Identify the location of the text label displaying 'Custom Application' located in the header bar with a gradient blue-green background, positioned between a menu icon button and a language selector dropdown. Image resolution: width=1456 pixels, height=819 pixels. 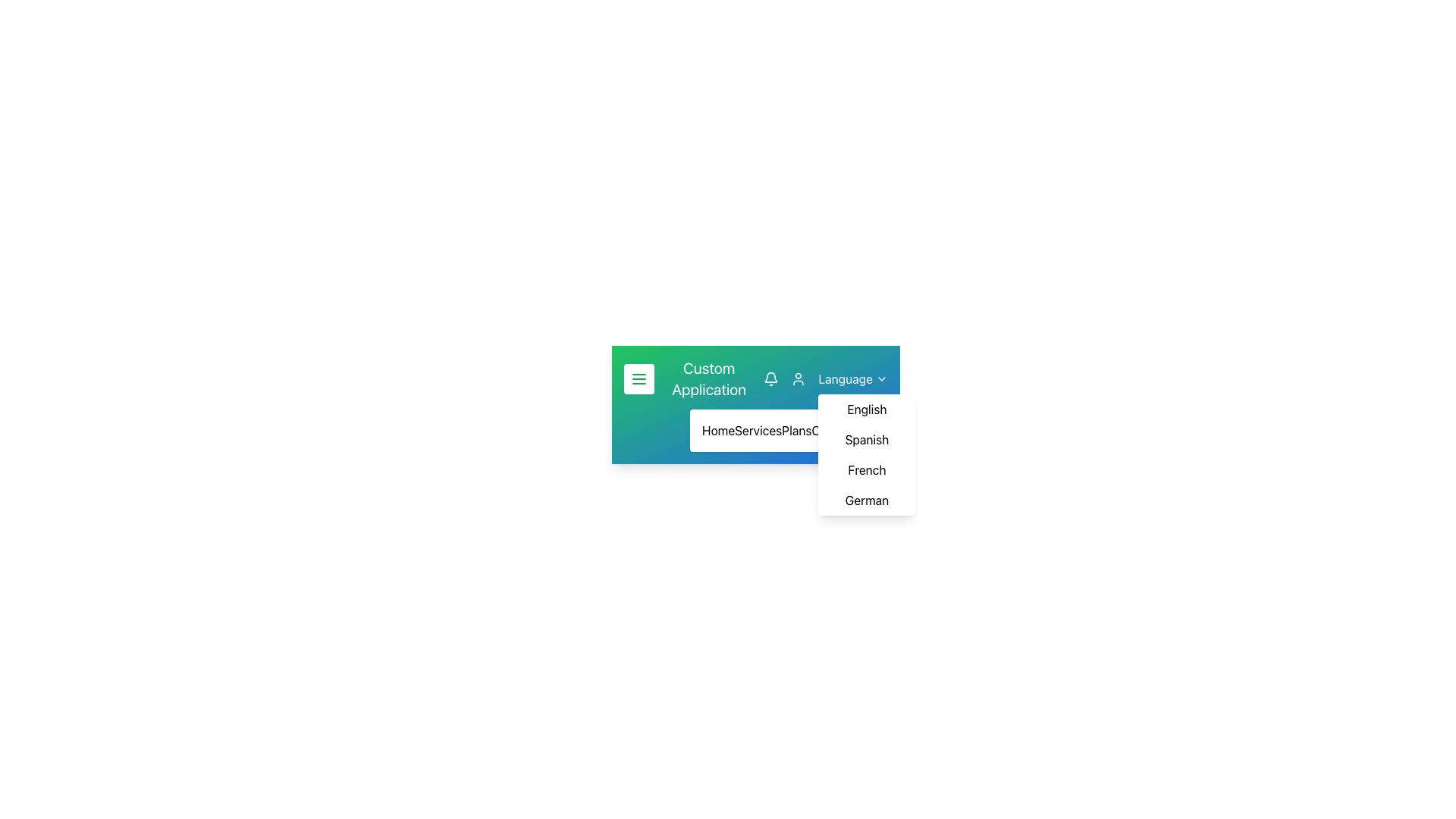
(708, 378).